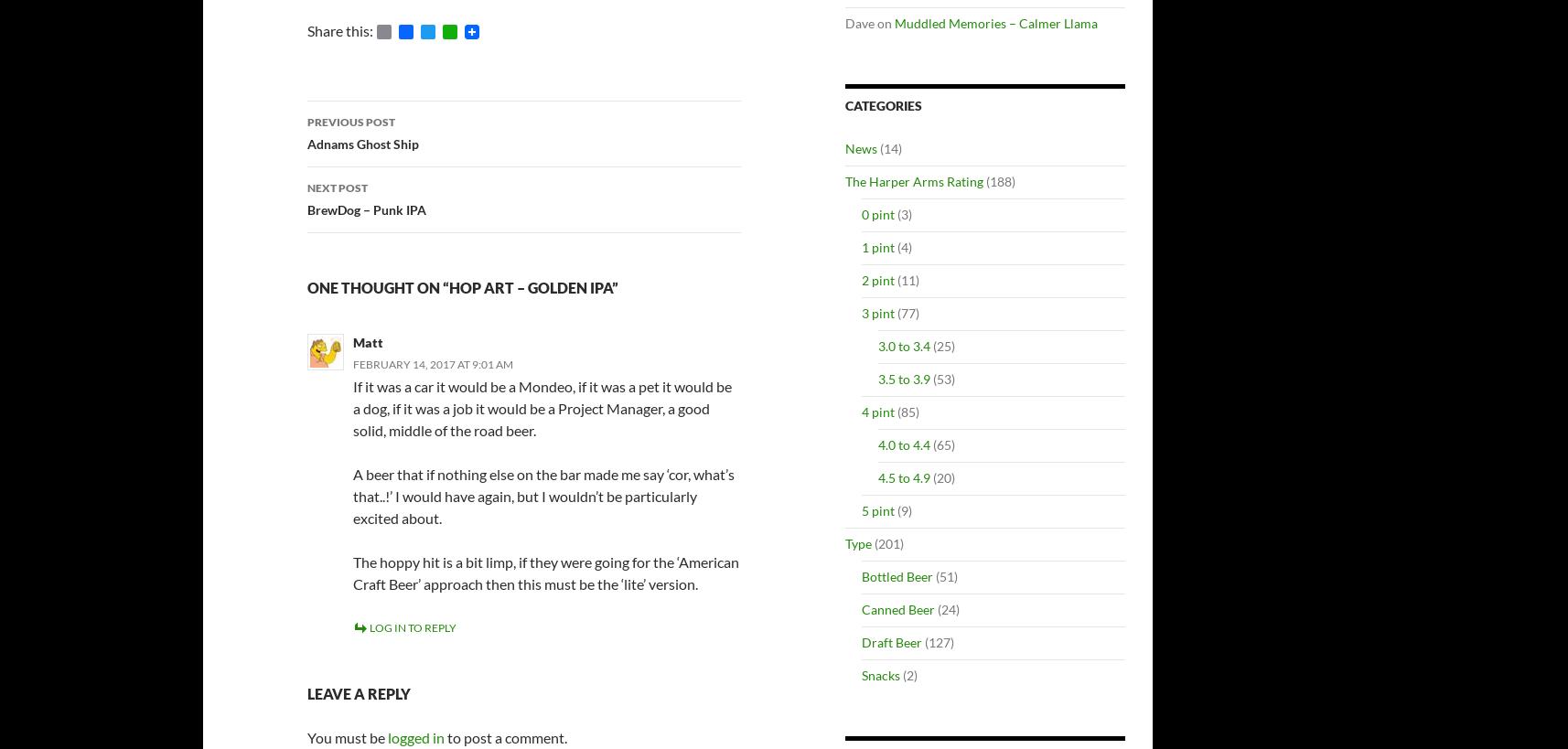  What do you see at coordinates (877, 280) in the screenshot?
I see `'2 pint'` at bounding box center [877, 280].